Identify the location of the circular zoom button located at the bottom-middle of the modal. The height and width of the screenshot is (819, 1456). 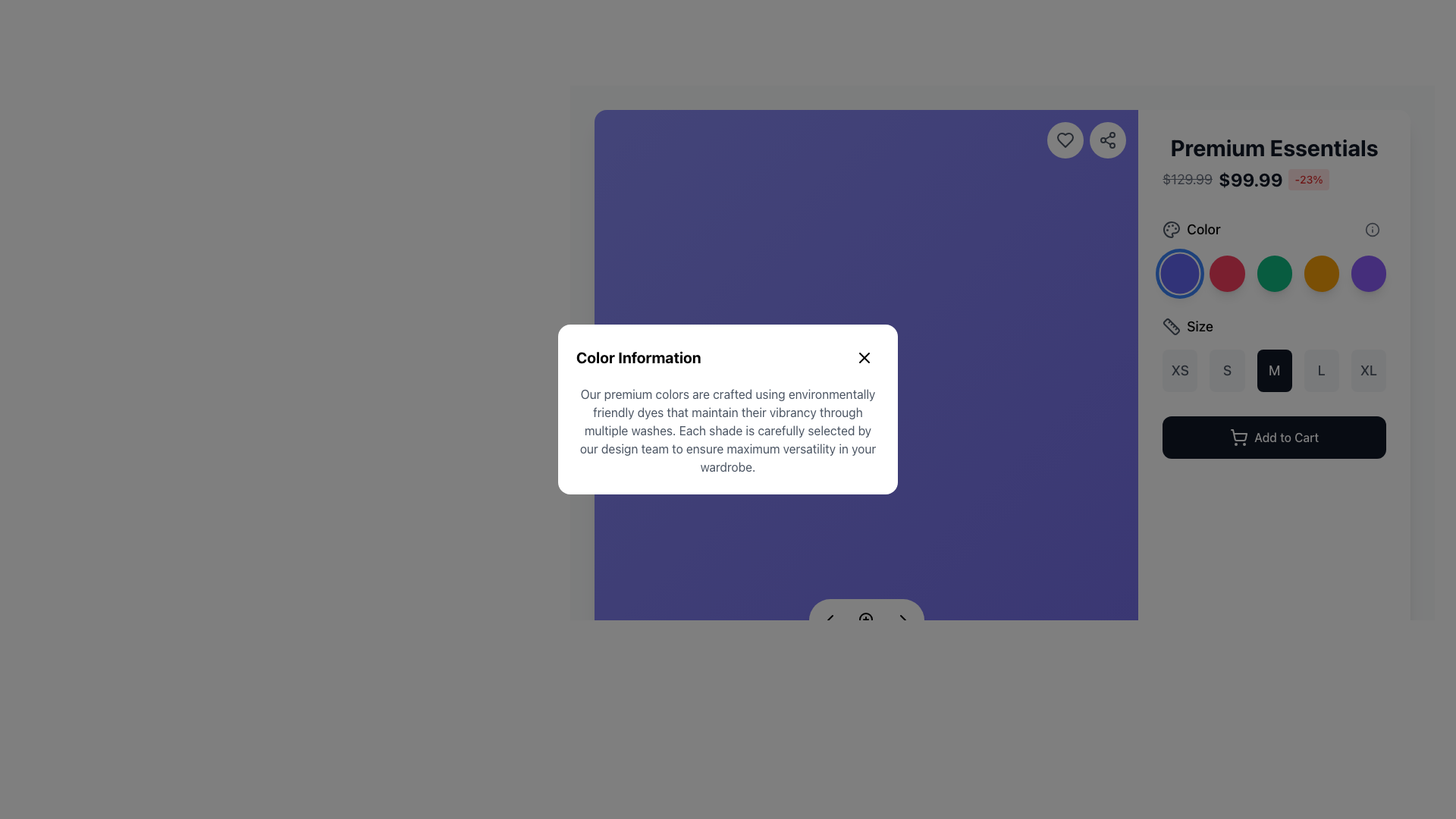
(866, 620).